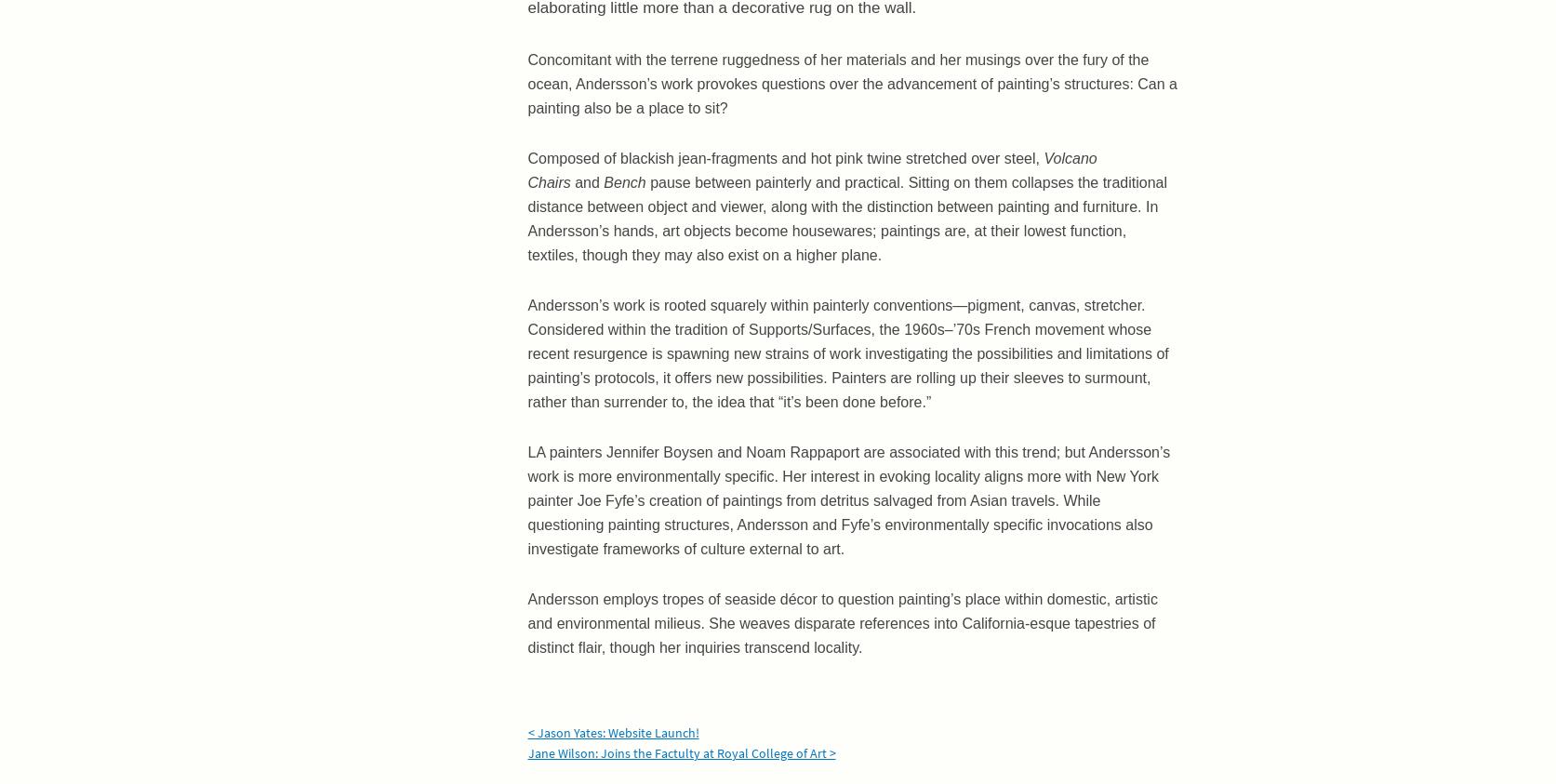 This screenshot has height=784, width=1556. Describe the element at coordinates (845, 218) in the screenshot. I see `'pause between painterly and practical. Sitting on them collapses the traditional distance between object and viewer, along with the distinction between painting and furniture. In Andersson’s hands, art objects become housewares; paintings are, at their lowest function, textiles, though they may also exist on a higher plane.'` at that location.